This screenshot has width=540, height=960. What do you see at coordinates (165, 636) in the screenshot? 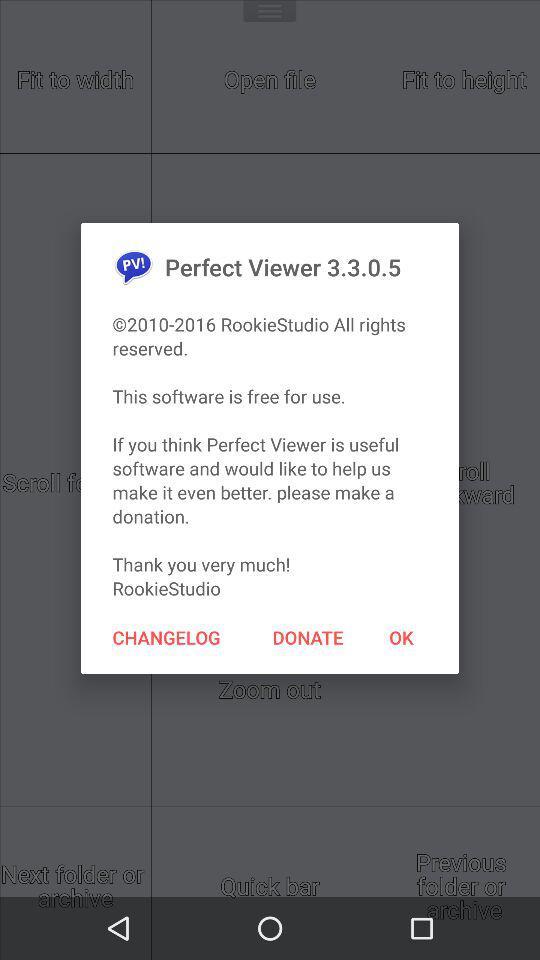
I see `the item to the left of the donate item` at bounding box center [165, 636].